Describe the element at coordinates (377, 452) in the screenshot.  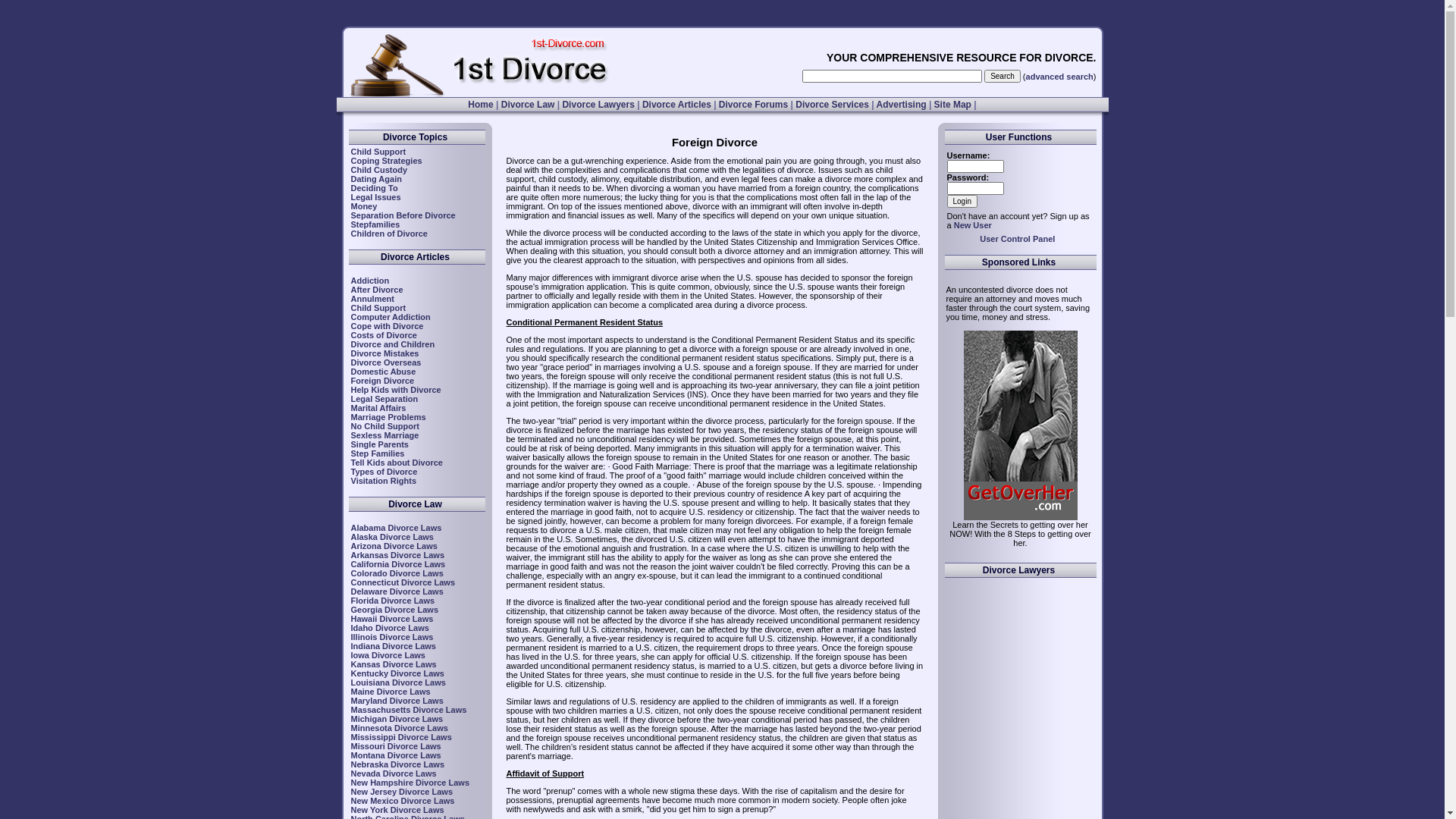
I see `'Step Families'` at that location.